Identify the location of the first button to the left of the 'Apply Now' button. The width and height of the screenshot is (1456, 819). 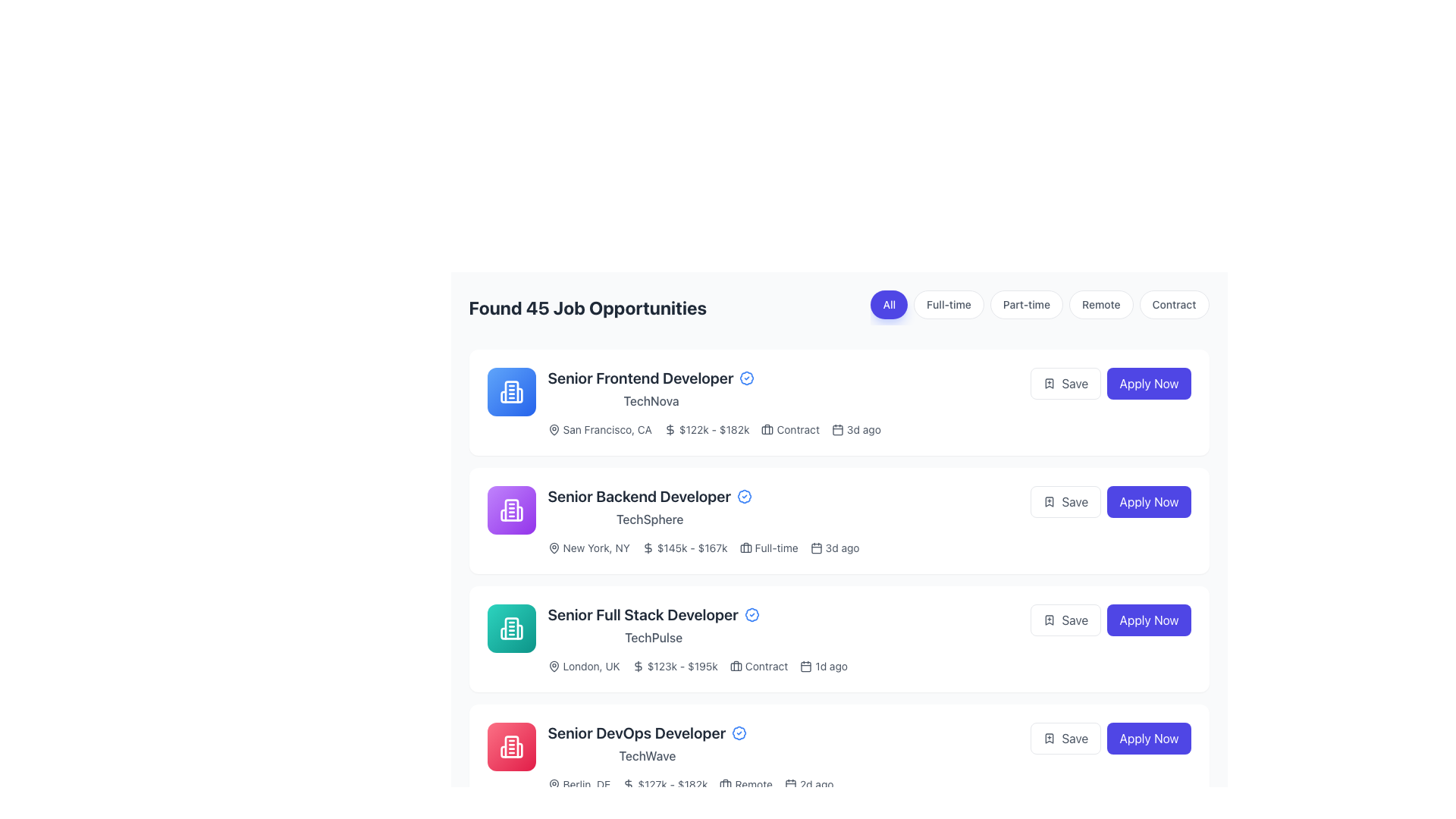
(1065, 382).